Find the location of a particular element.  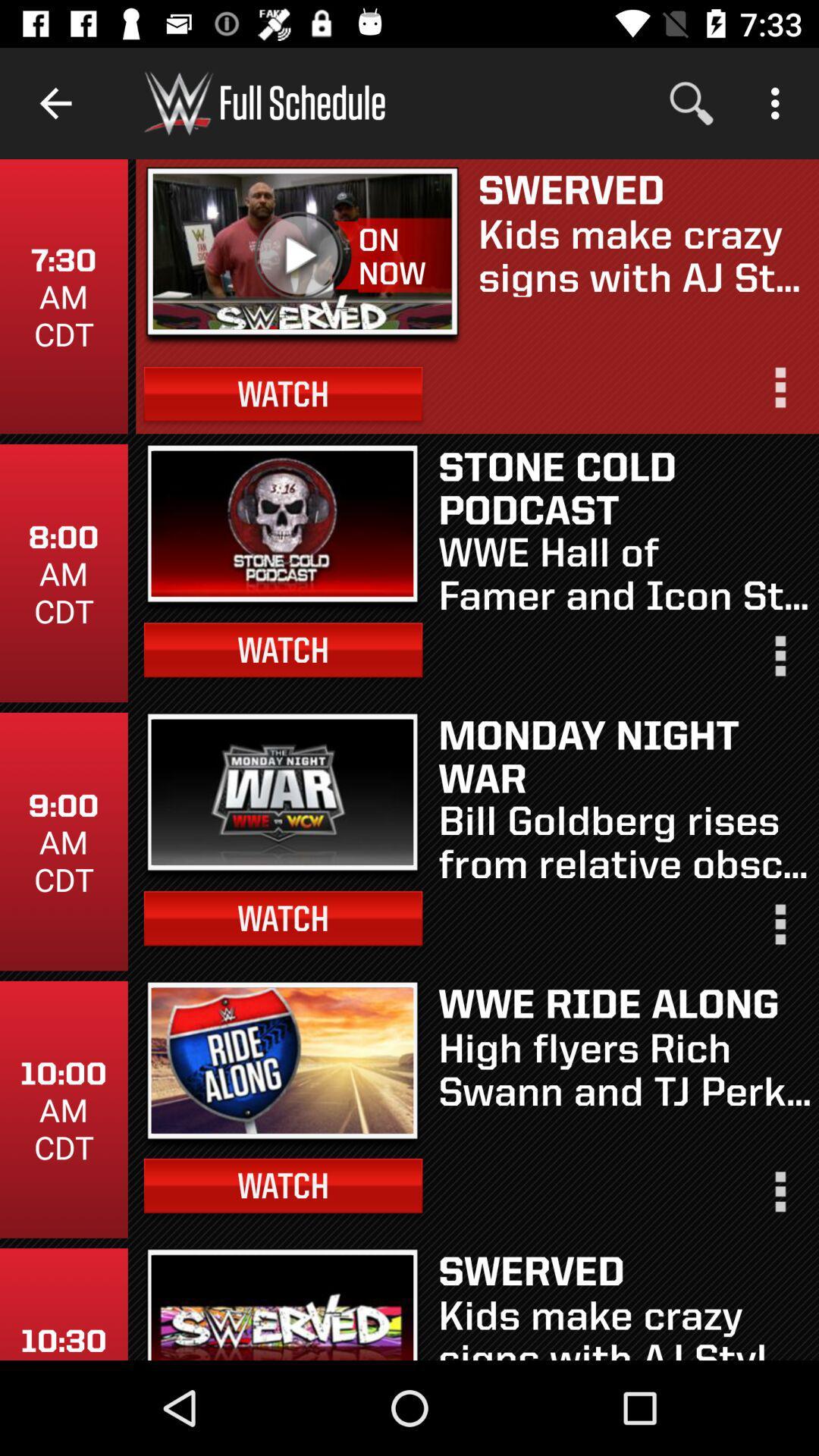

item above 7 30 am item is located at coordinates (55, 102).